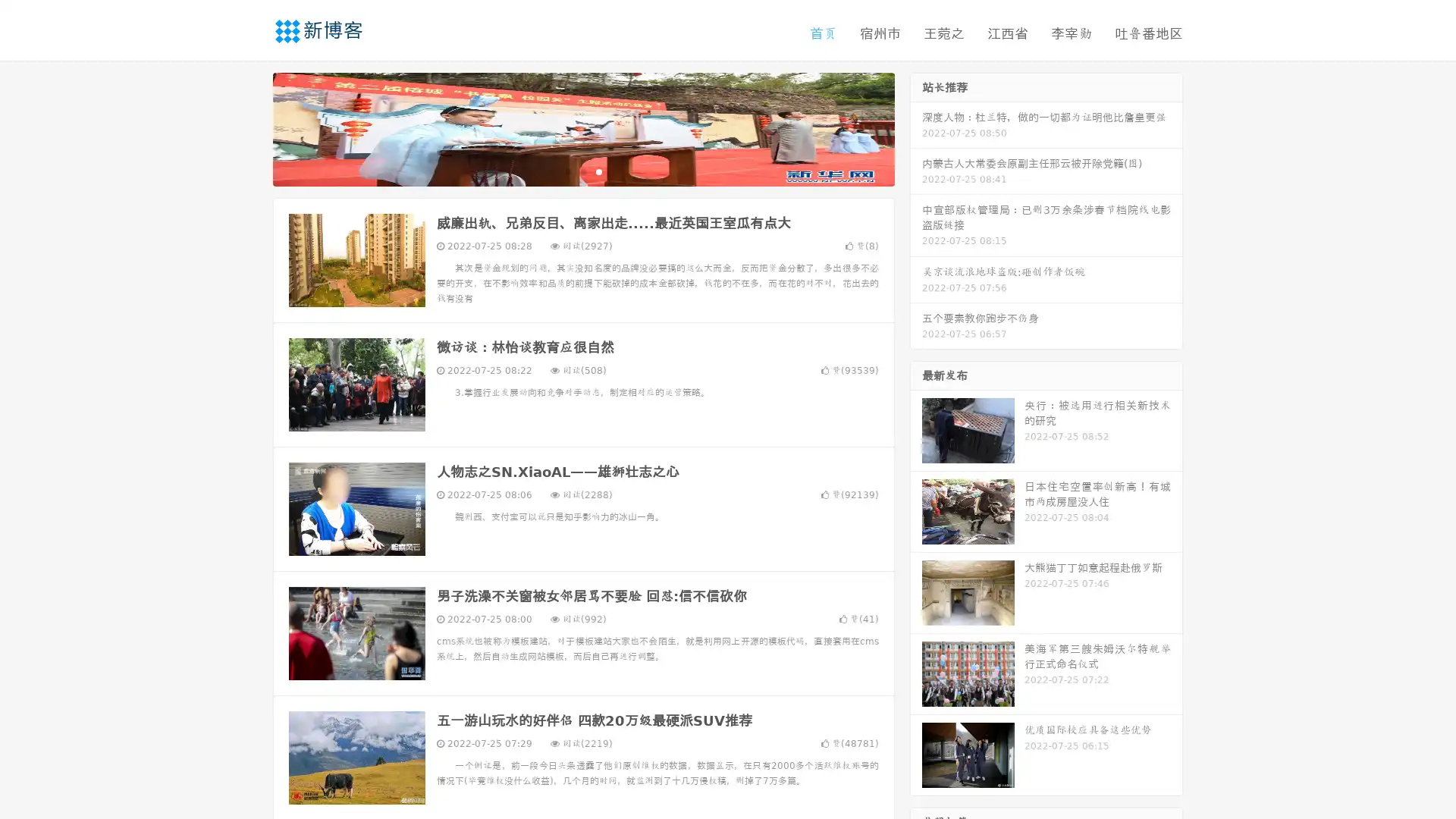 This screenshot has height=819, width=1456. What do you see at coordinates (598, 171) in the screenshot?
I see `Go to slide 3` at bounding box center [598, 171].